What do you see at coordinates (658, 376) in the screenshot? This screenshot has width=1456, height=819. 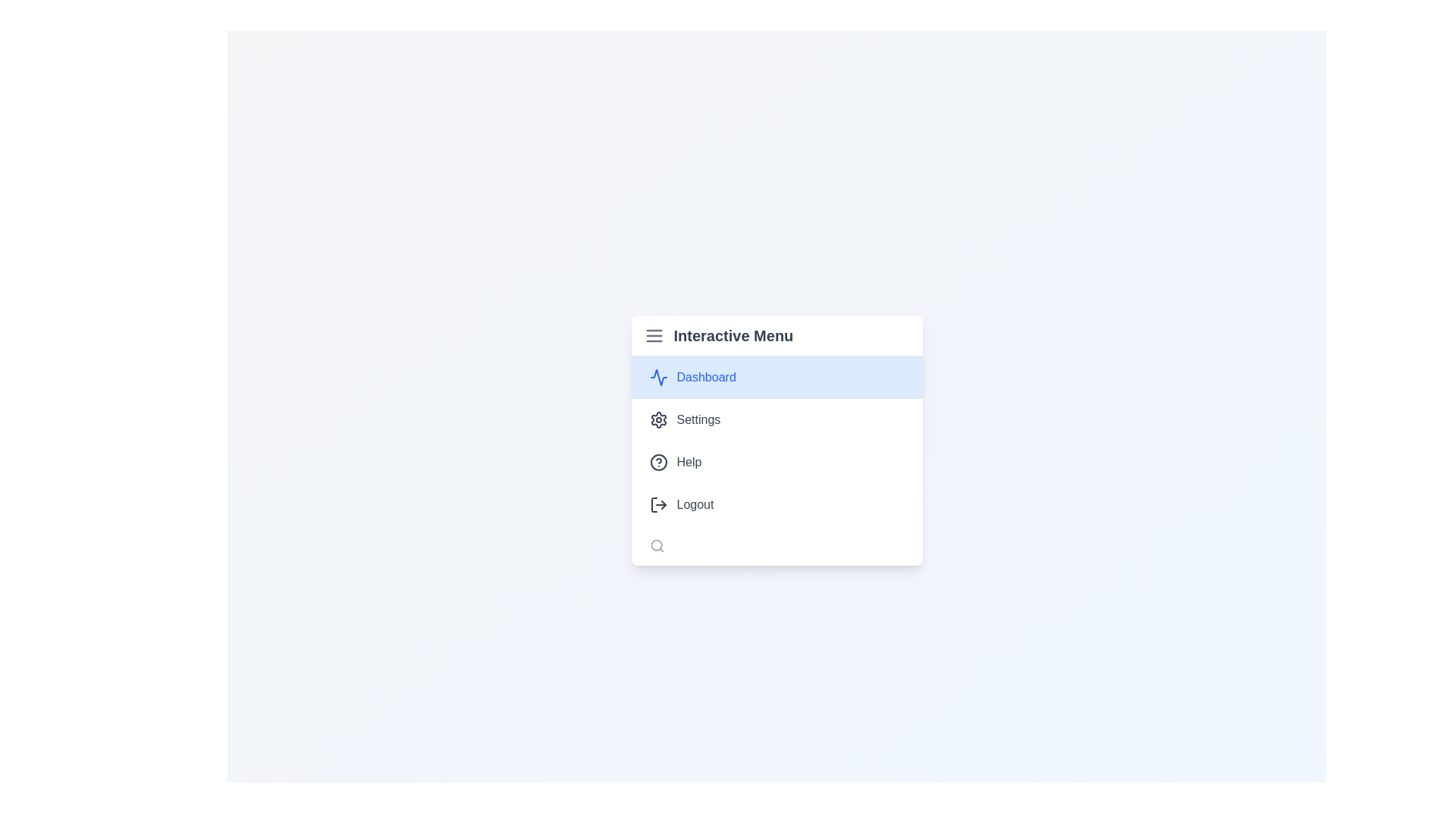 I see `the Dashboard icon located` at bounding box center [658, 376].